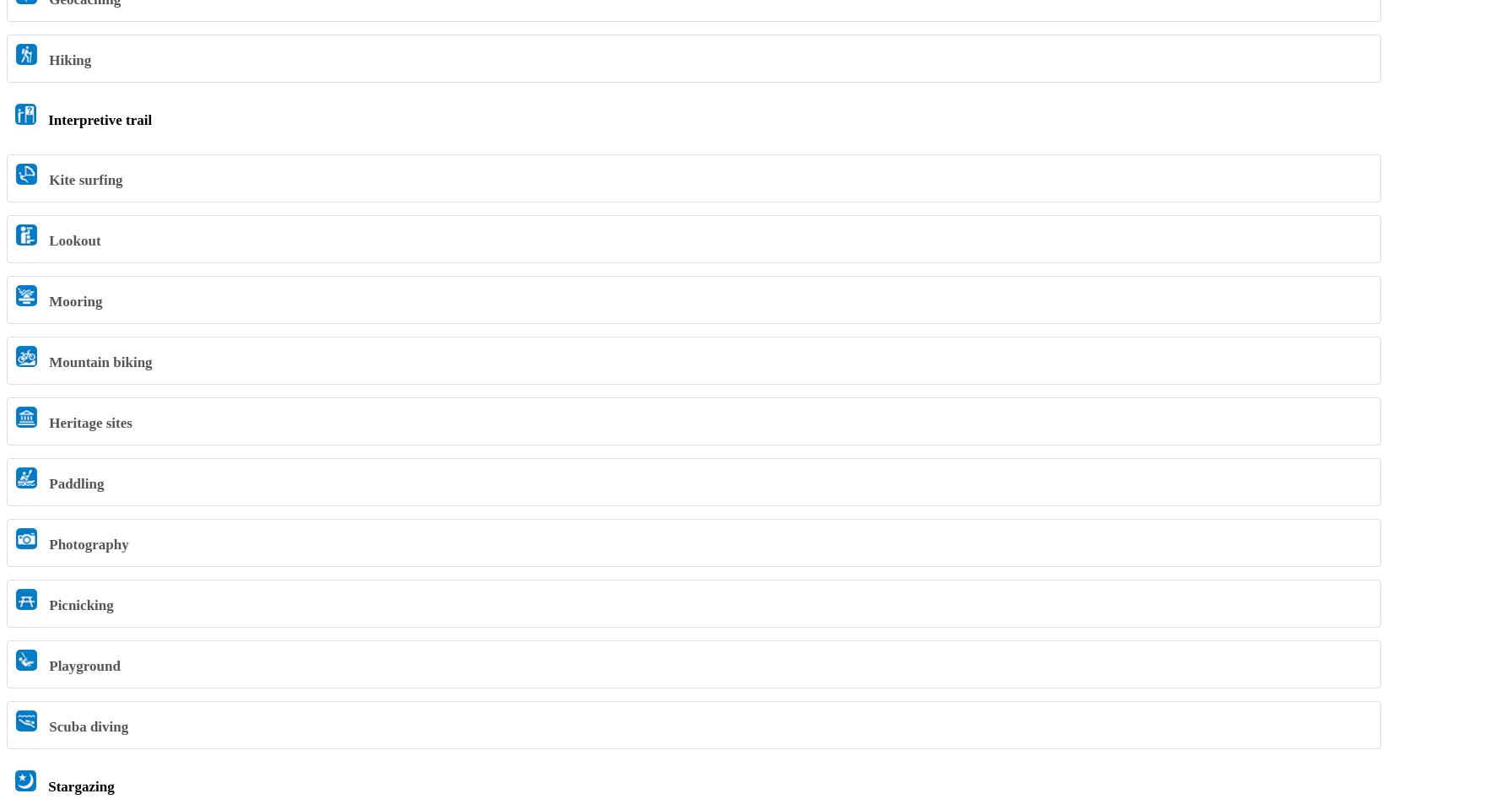 The image size is (1512, 799). Describe the element at coordinates (83, 665) in the screenshot. I see `'Playground'` at that location.